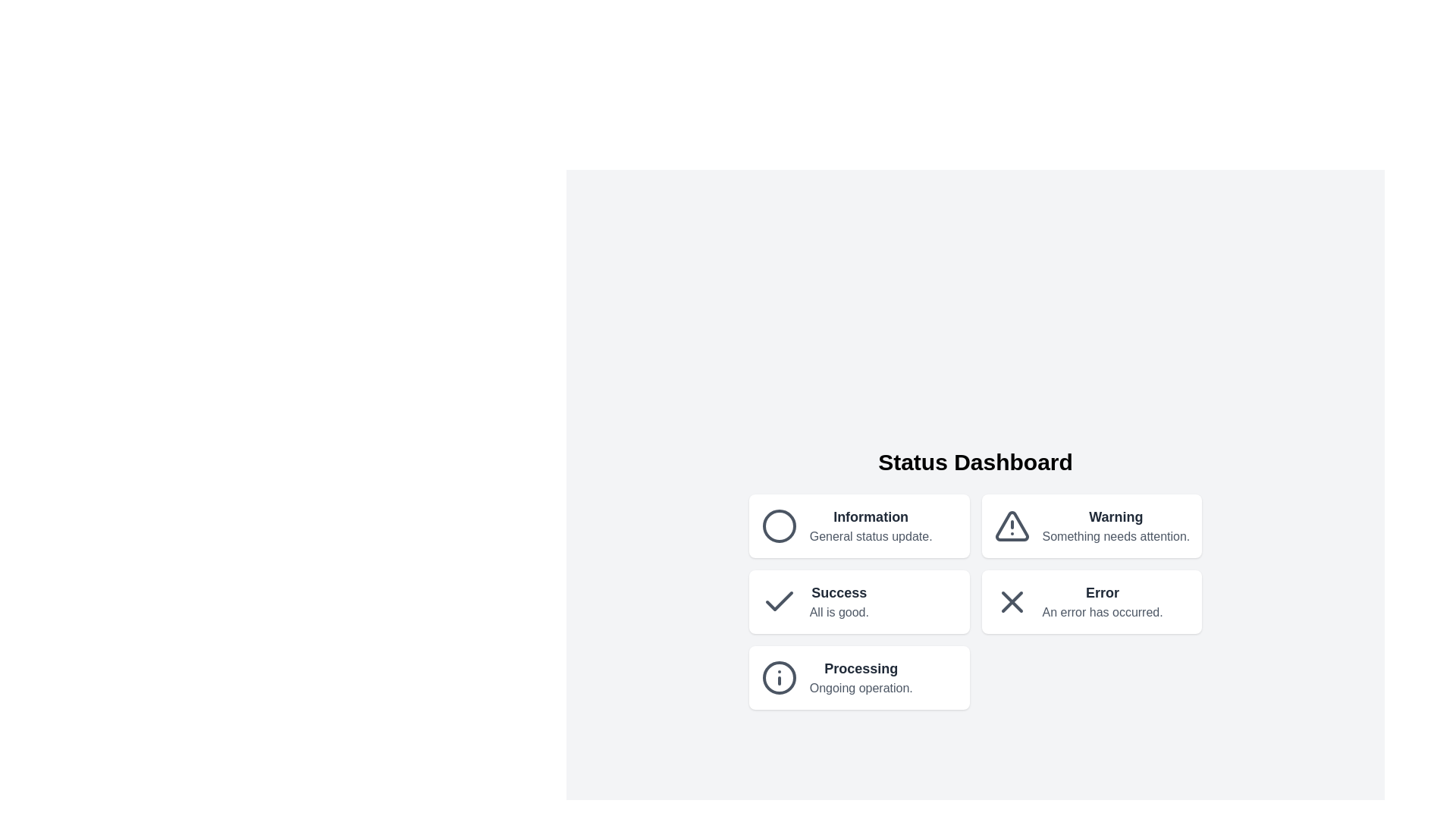  I want to click on the status label indicating the current state of an ongoing operation, located at the bottom left section of the status dashboard, so click(861, 668).